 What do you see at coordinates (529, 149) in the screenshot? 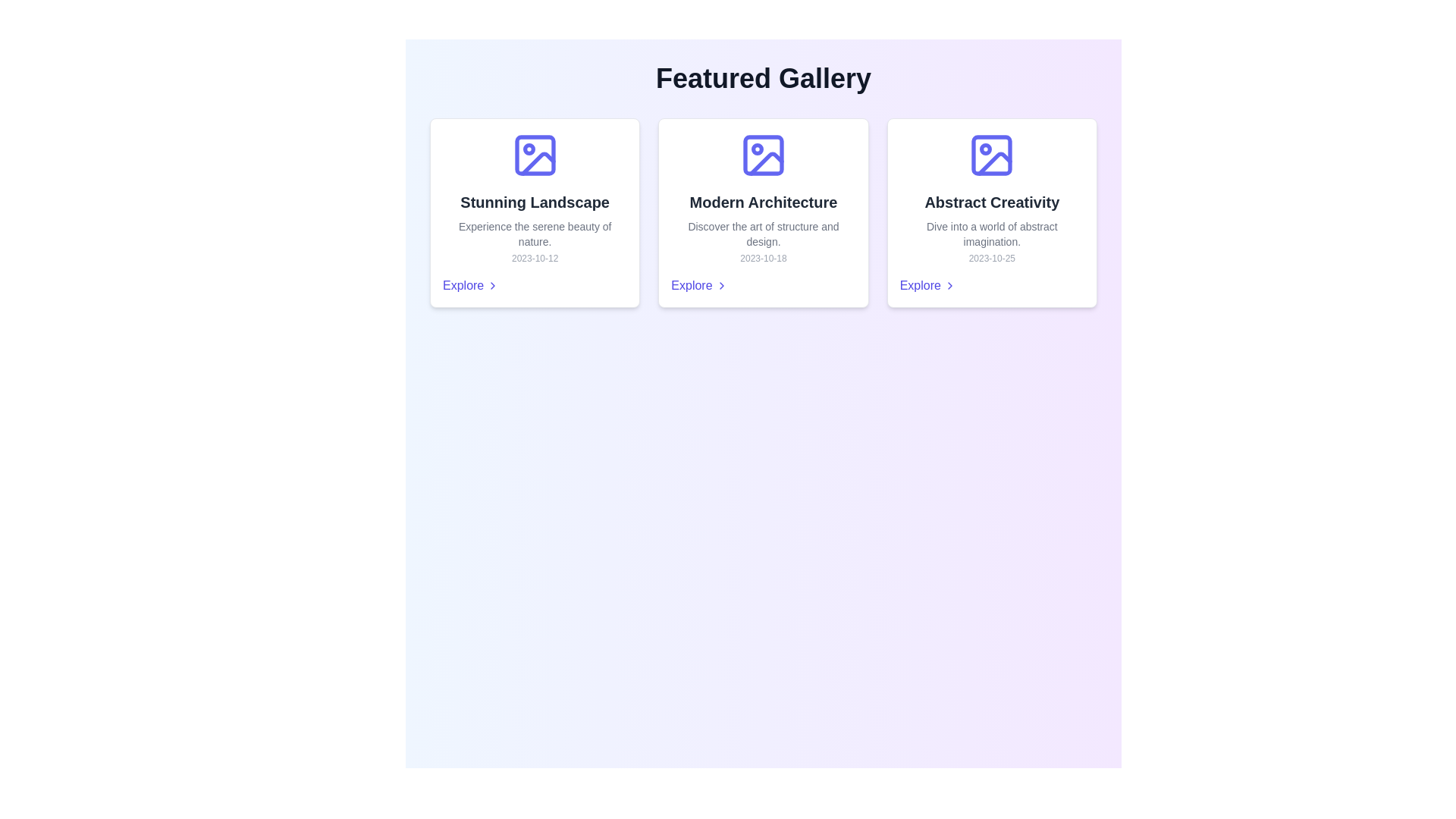
I see `position of the decorative circle element located within the image icon of the 'Stunning Landscape' card` at bounding box center [529, 149].